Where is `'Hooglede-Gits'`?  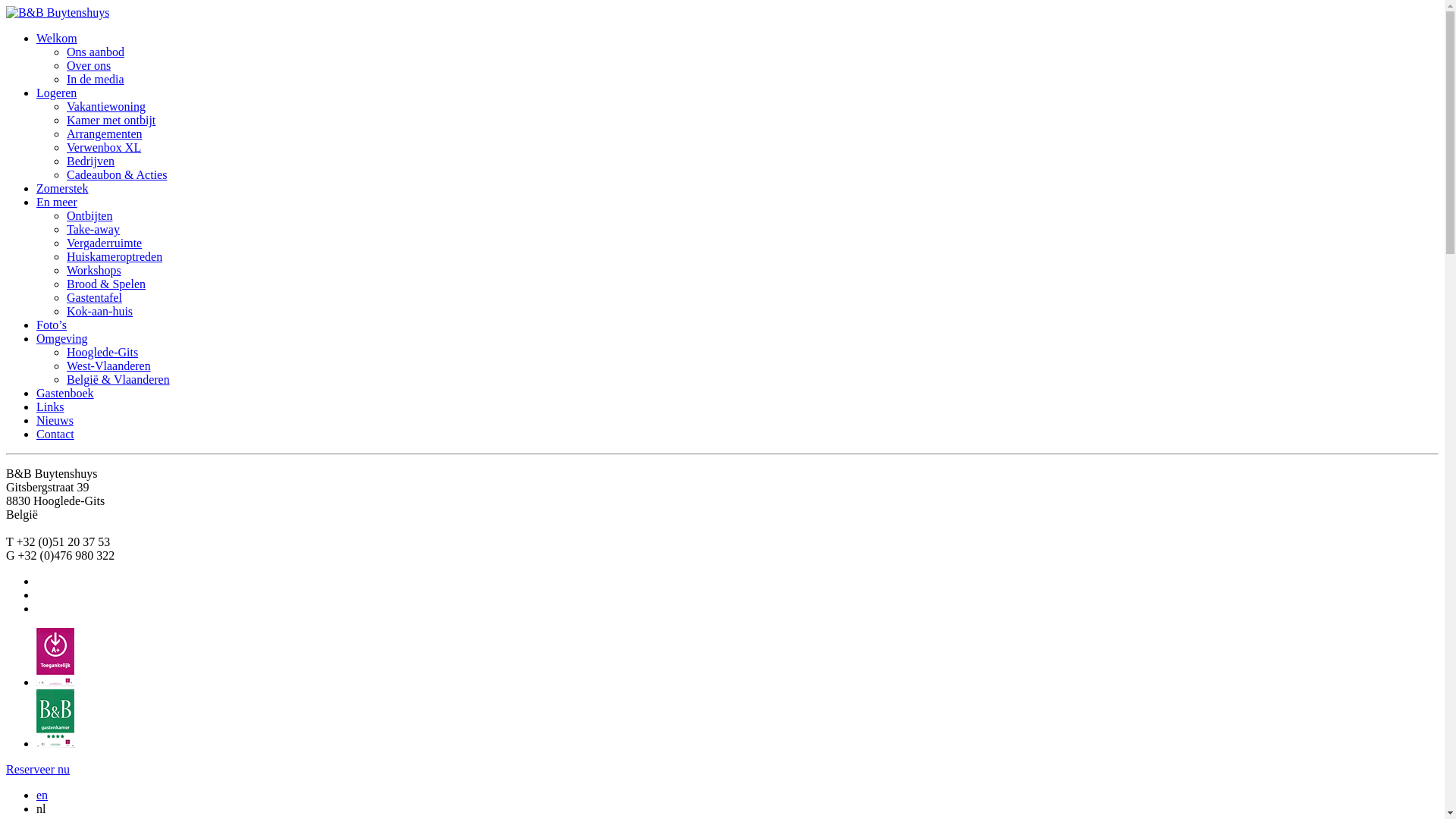 'Hooglede-Gits' is located at coordinates (65, 352).